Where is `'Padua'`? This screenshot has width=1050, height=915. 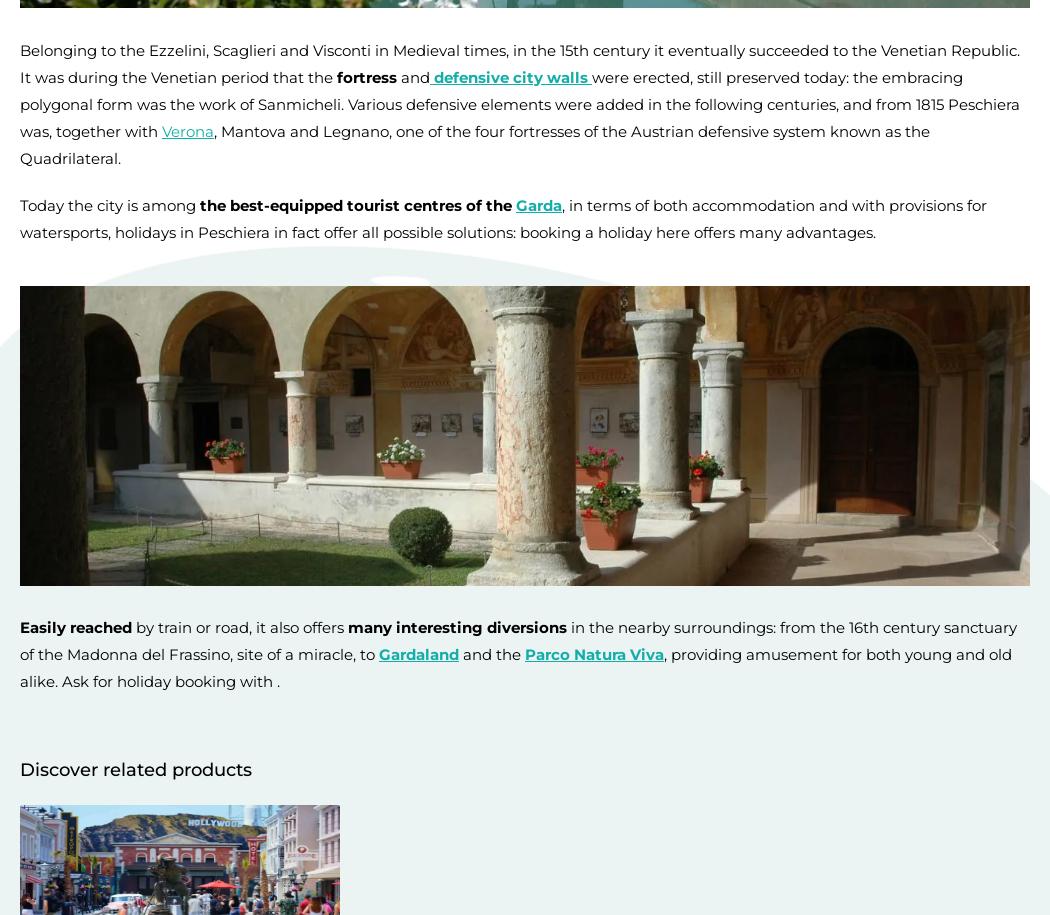
'Padua' is located at coordinates (761, 63).